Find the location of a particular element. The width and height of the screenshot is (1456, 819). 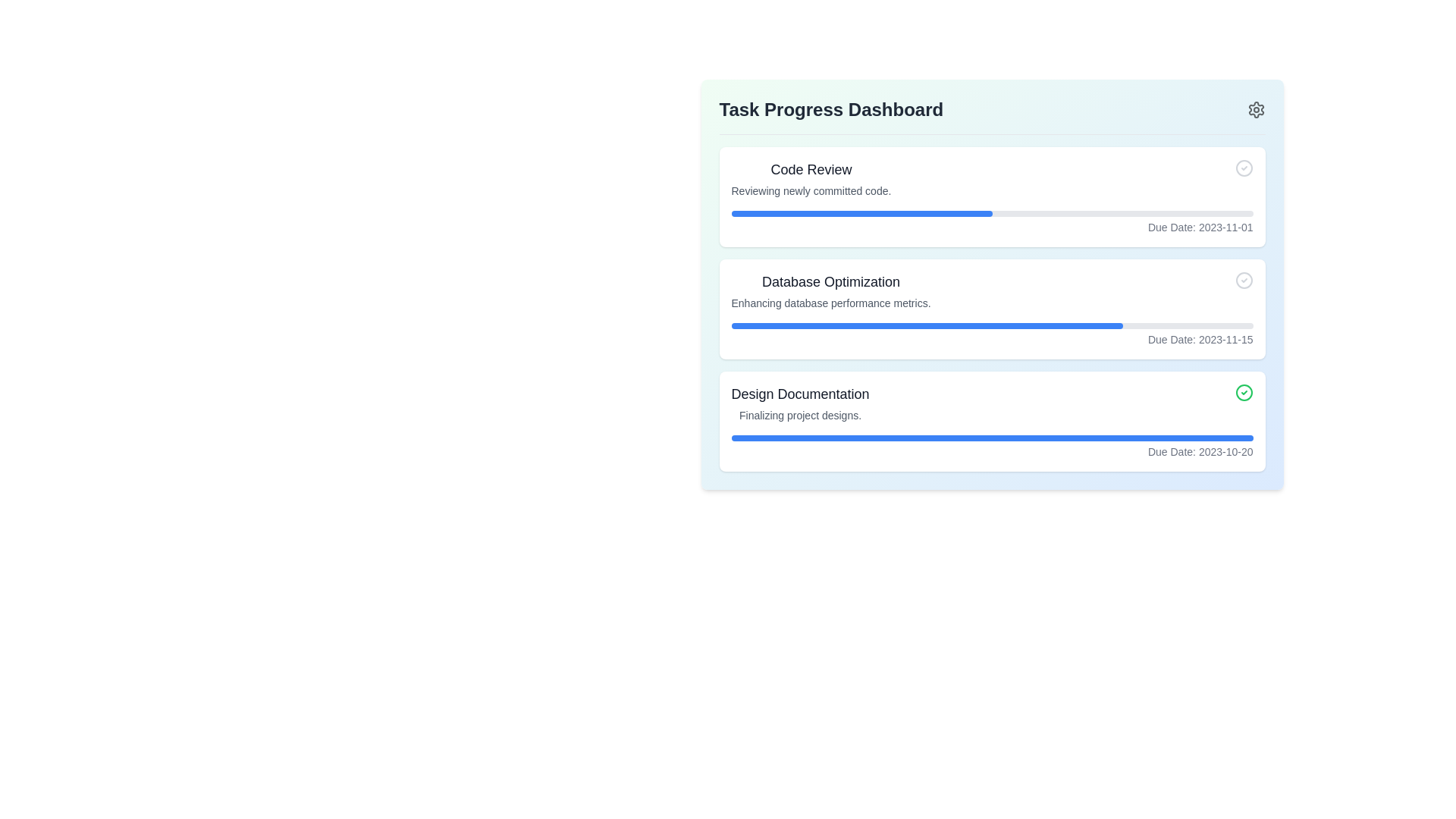

the progress bar indicating 50% completion within the 'Code Review' task block is located at coordinates (861, 213).